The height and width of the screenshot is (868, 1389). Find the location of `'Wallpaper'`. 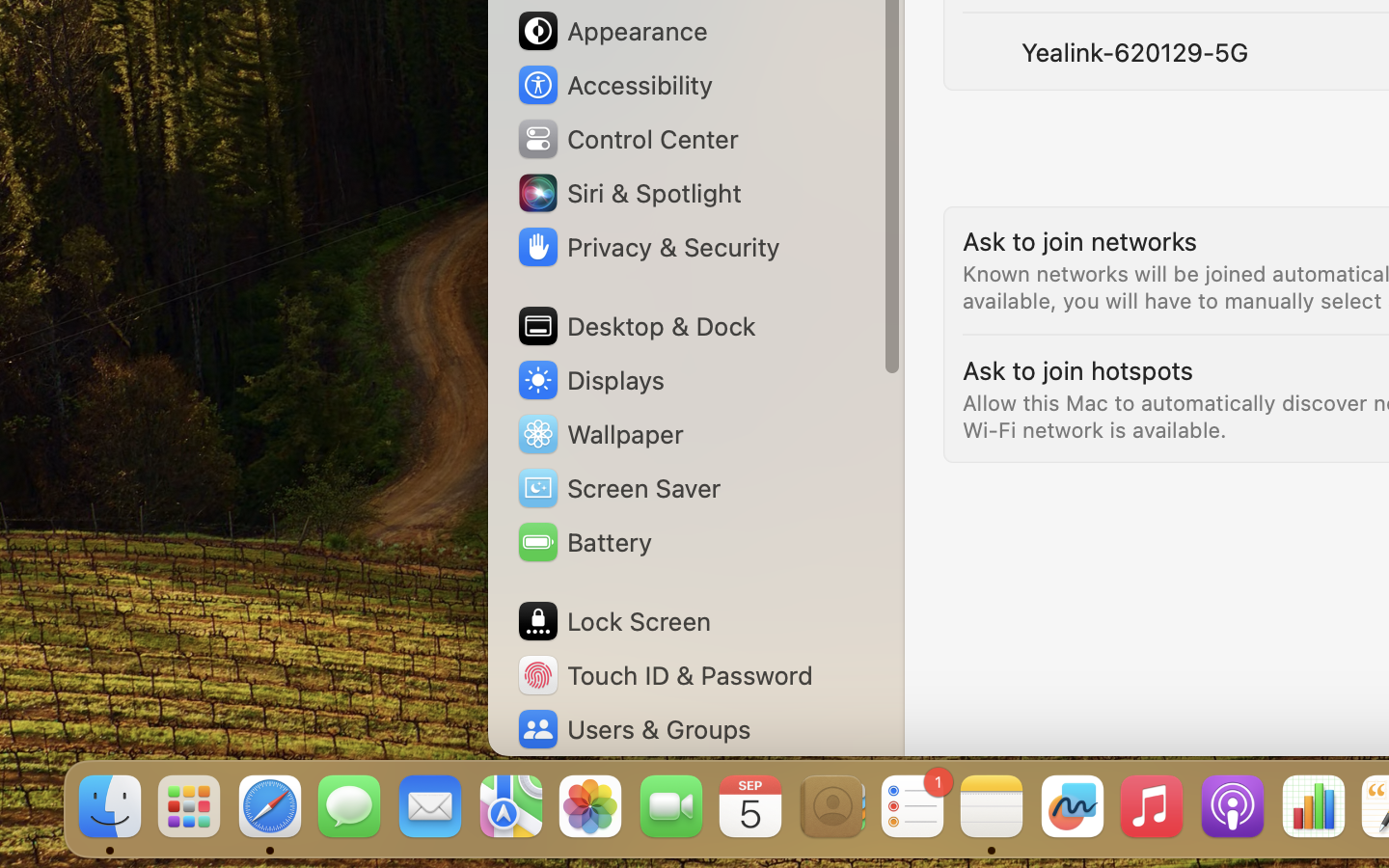

'Wallpaper' is located at coordinates (598, 434).